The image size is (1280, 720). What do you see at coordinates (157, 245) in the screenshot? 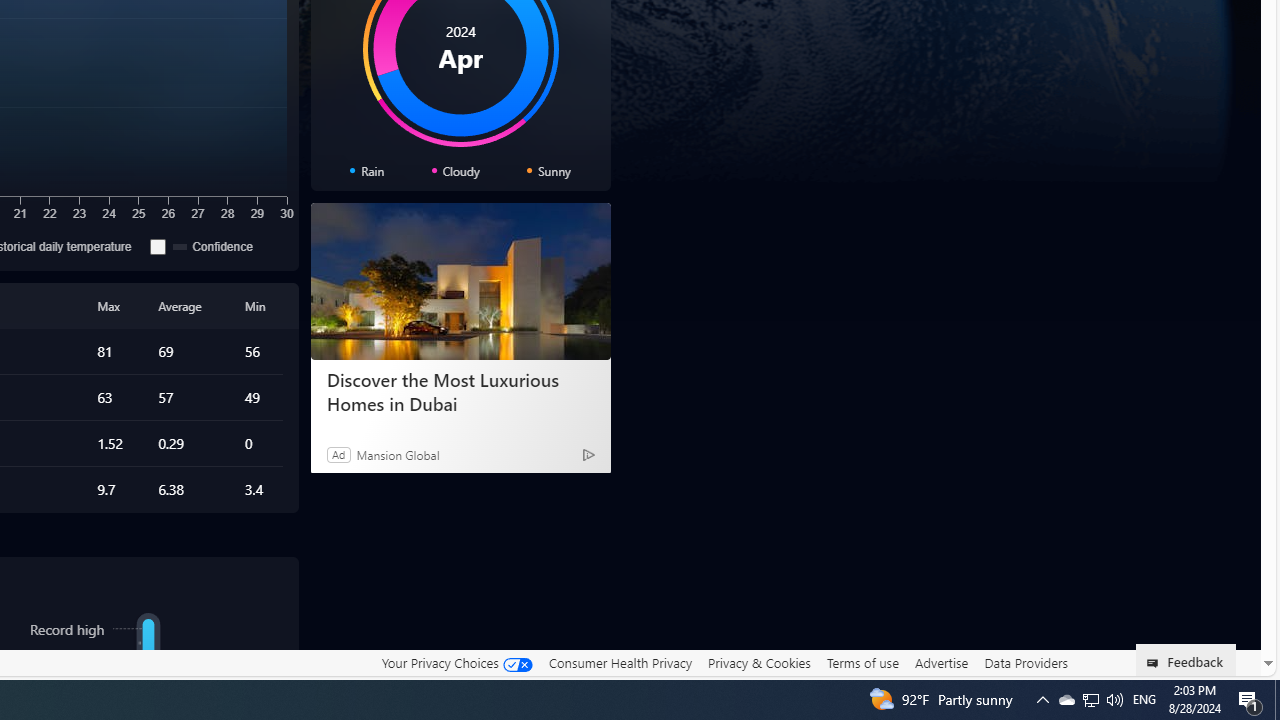
I see `'Confidence'` at bounding box center [157, 245].